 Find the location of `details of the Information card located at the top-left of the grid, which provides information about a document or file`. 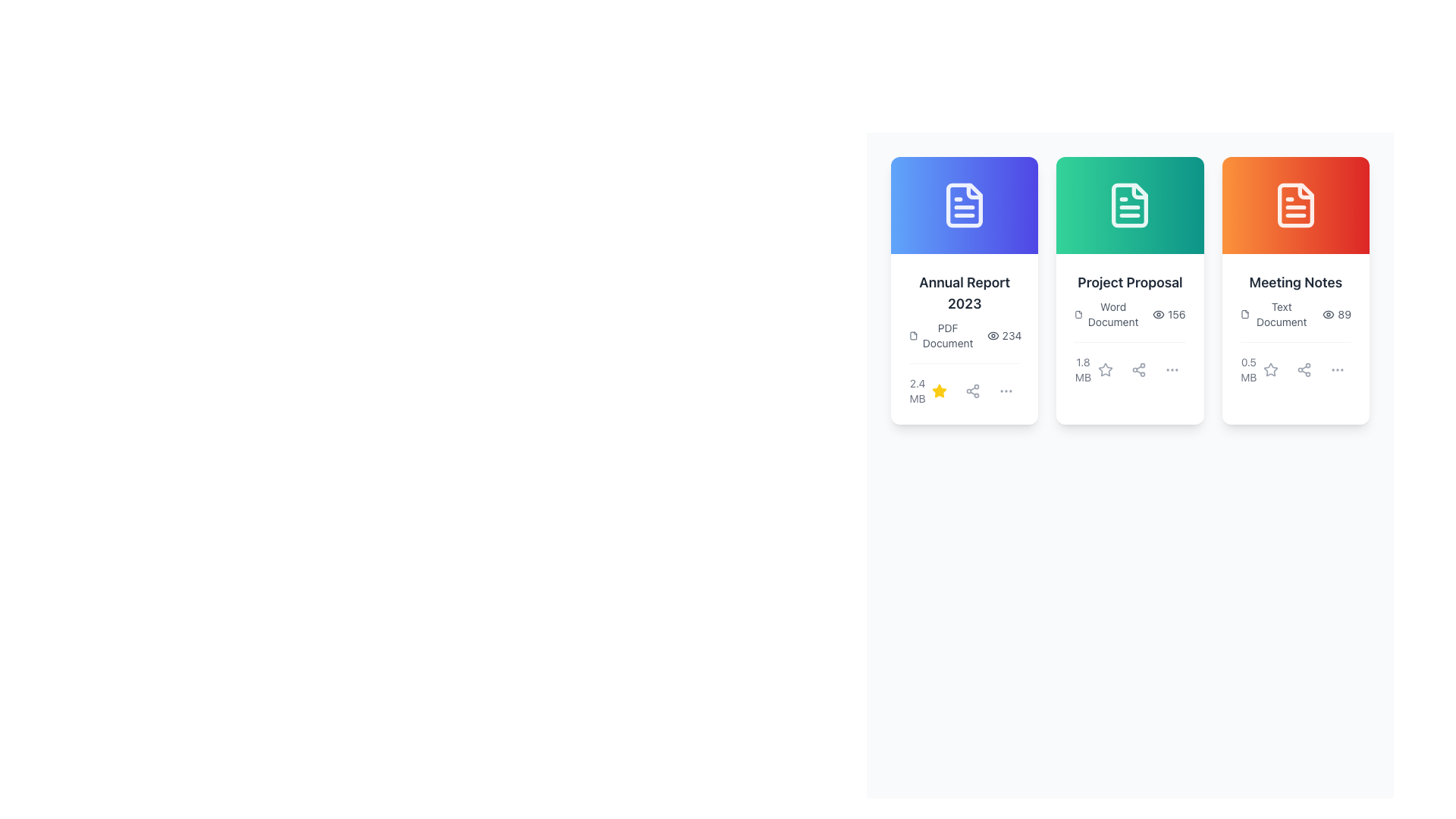

details of the Information card located at the top-left of the grid, which provides information about a document or file is located at coordinates (964, 290).